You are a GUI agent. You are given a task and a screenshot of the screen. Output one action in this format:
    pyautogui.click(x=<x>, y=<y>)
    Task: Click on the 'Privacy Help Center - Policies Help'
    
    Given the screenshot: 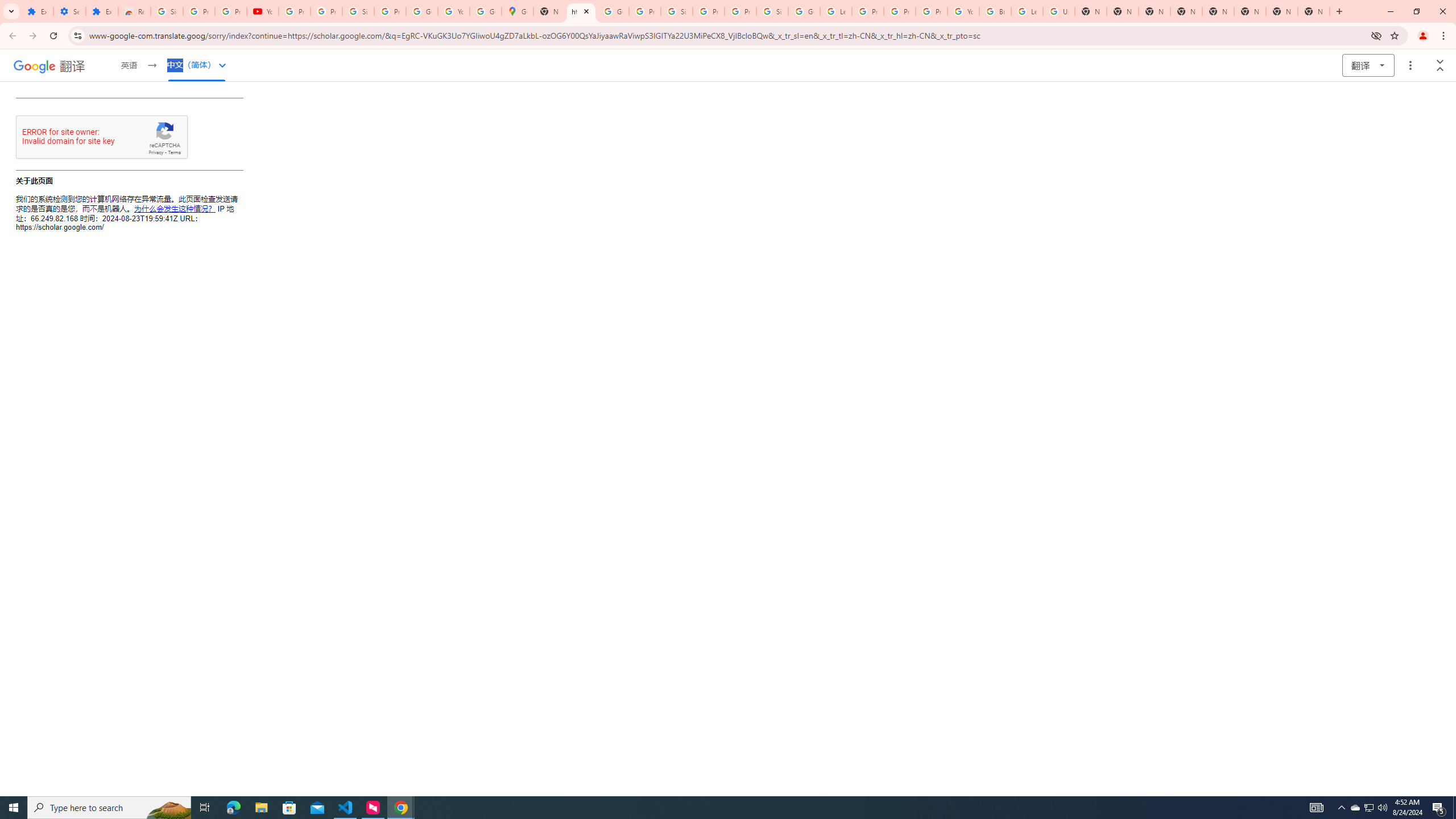 What is the action you would take?
    pyautogui.click(x=899, y=11)
    